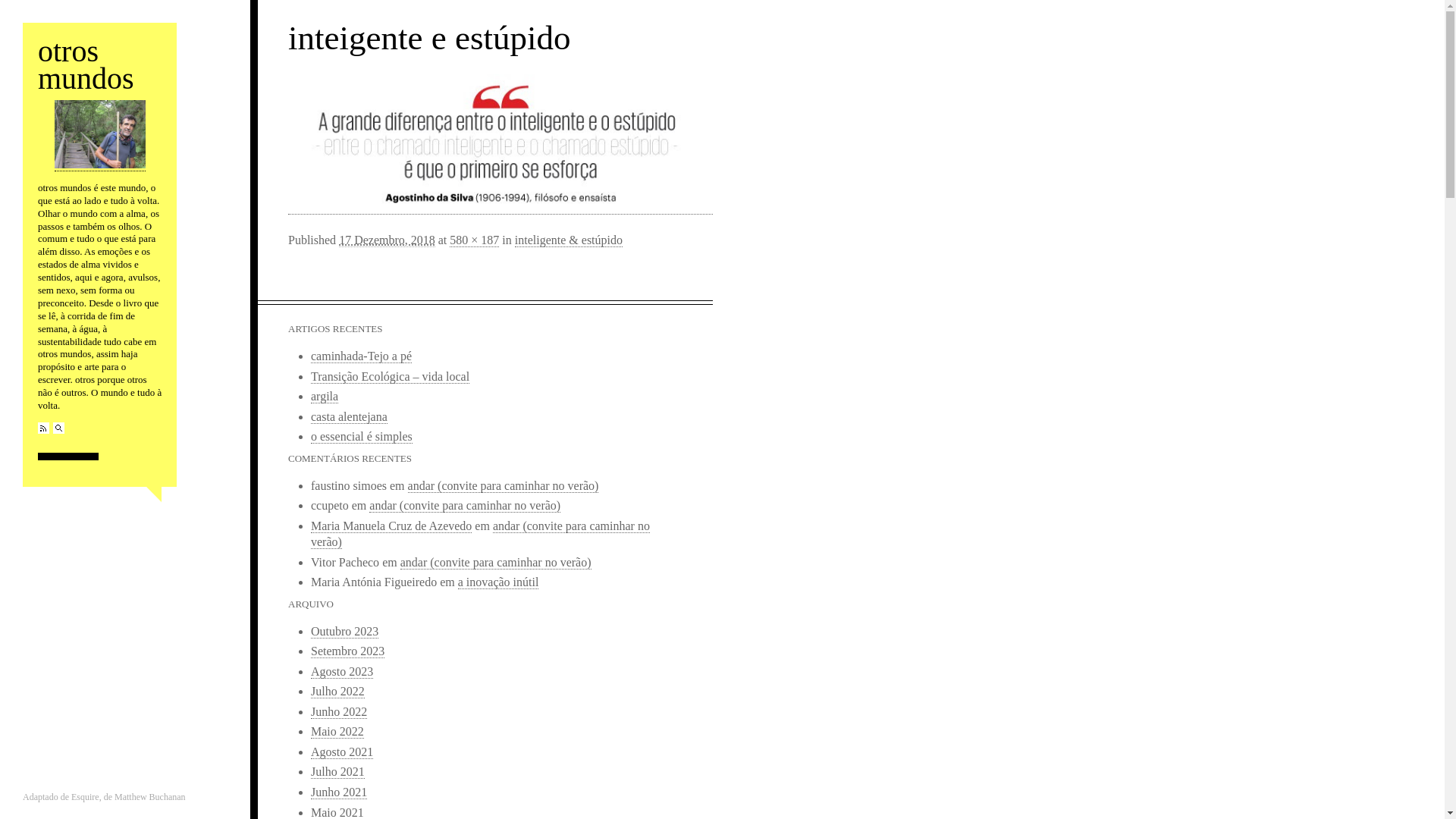 This screenshot has height=819, width=1456. I want to click on 'casta alentejana', so click(348, 417).